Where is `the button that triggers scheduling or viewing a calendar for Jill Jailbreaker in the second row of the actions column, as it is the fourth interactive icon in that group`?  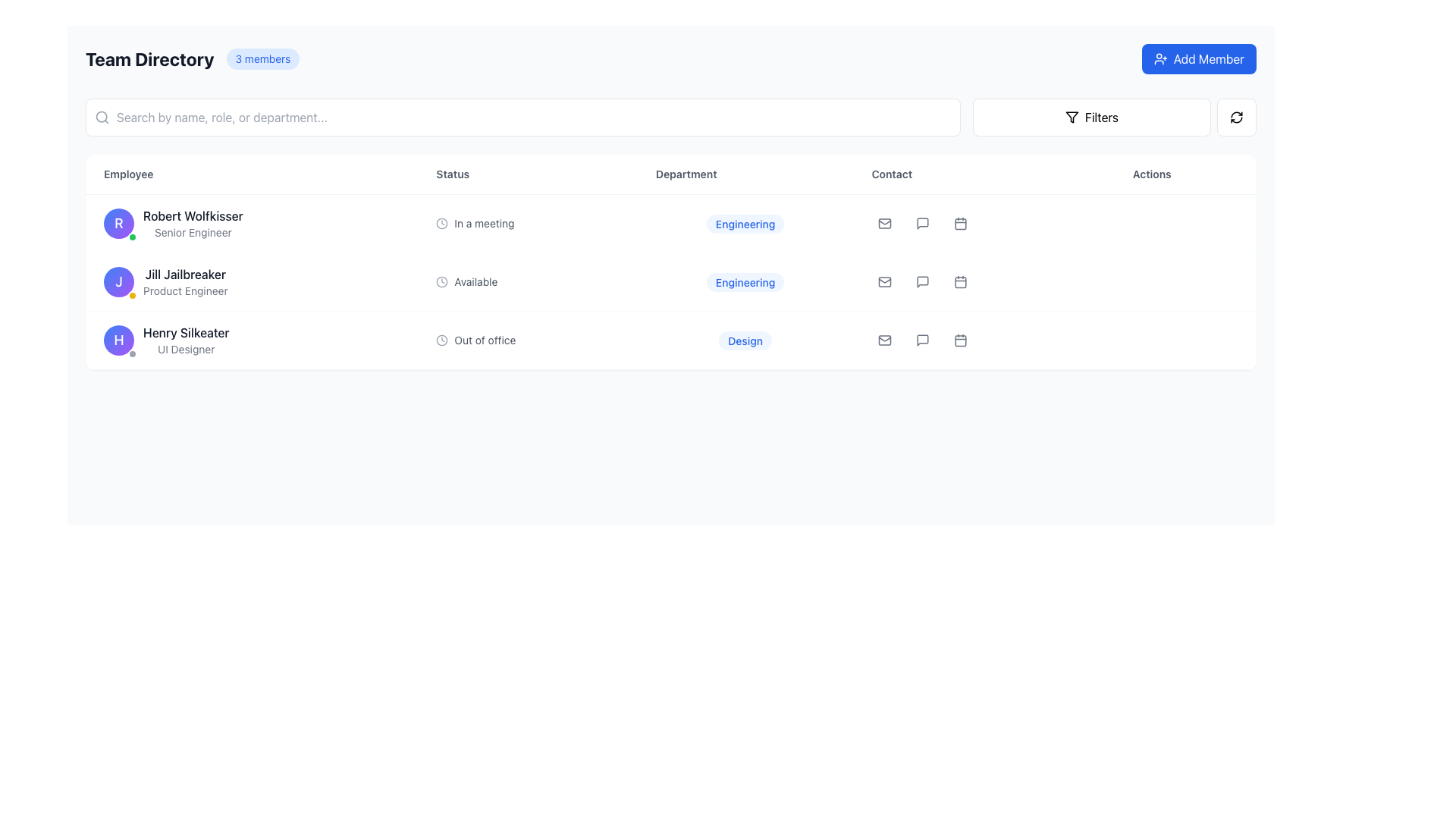 the button that triggers scheduling or viewing a calendar for Jill Jailbreaker in the second row of the actions column, as it is the fourth interactive icon in that group is located at coordinates (959, 223).